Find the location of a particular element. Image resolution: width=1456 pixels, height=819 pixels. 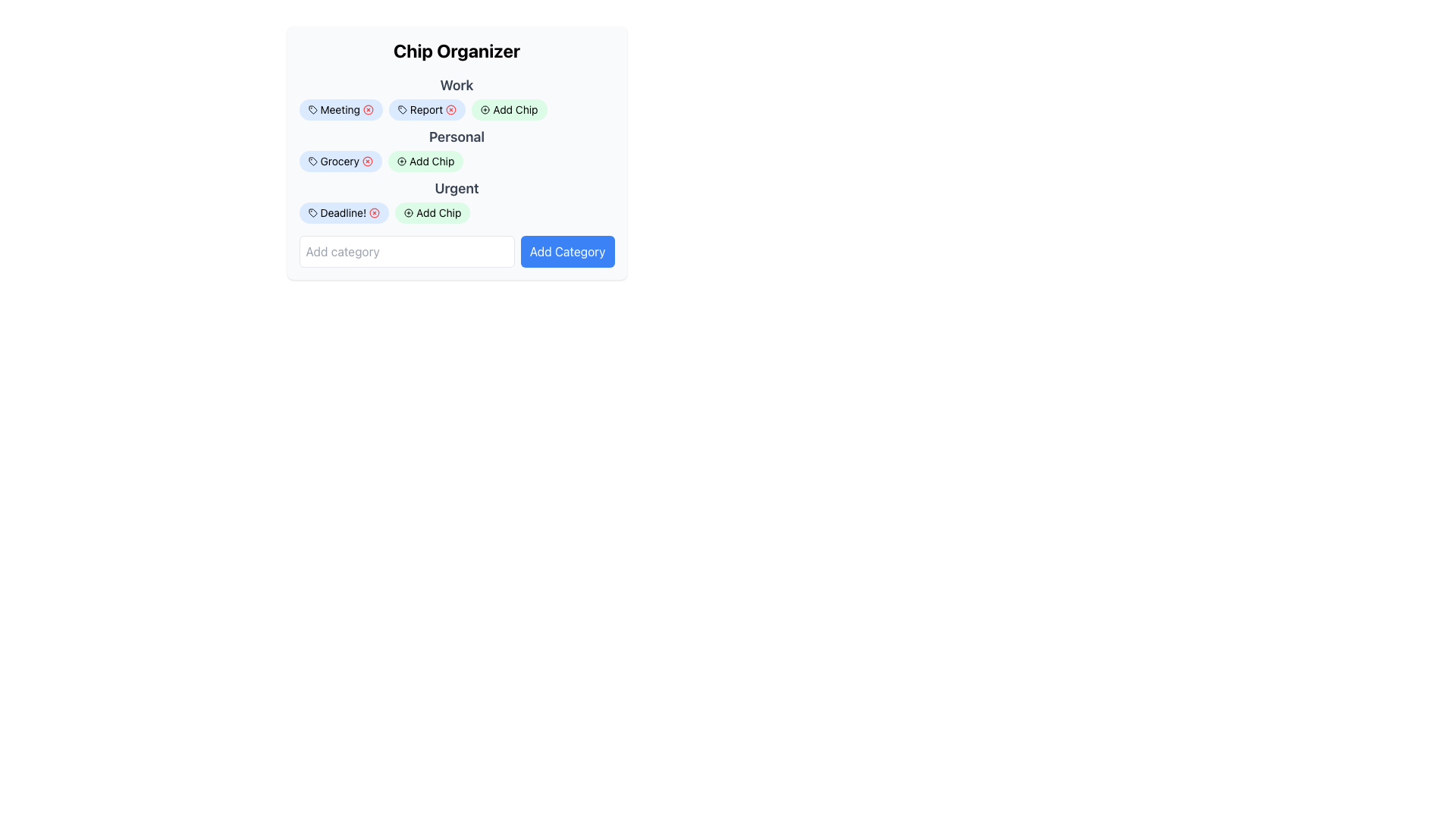

the circular red delete icon associated with the 'Grocery' item in the 'Personal' category is located at coordinates (368, 161).